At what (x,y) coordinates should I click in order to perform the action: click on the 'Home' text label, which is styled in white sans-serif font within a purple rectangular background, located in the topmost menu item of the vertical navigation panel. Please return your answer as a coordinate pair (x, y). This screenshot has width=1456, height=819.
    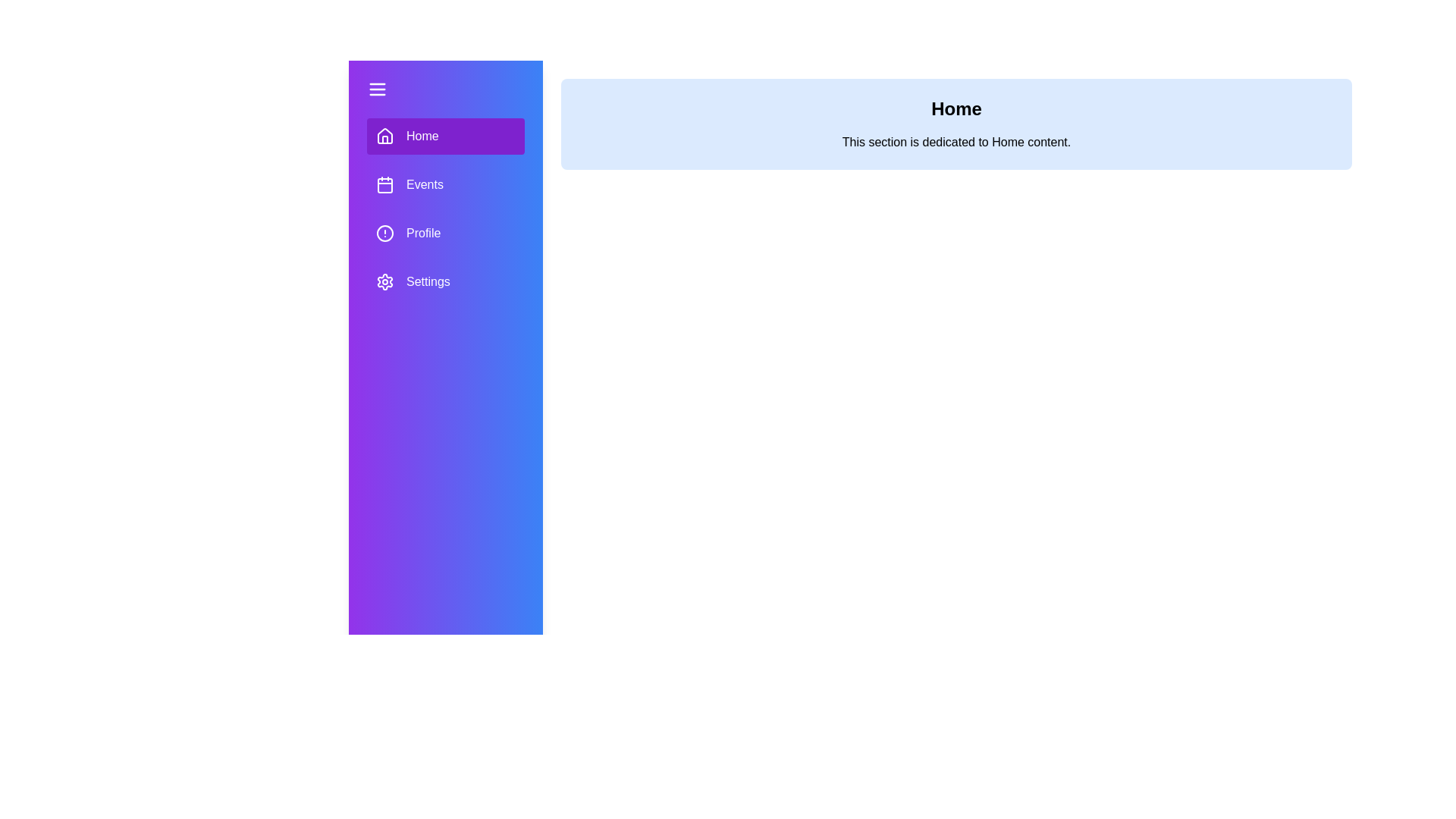
    Looking at the image, I should click on (422, 136).